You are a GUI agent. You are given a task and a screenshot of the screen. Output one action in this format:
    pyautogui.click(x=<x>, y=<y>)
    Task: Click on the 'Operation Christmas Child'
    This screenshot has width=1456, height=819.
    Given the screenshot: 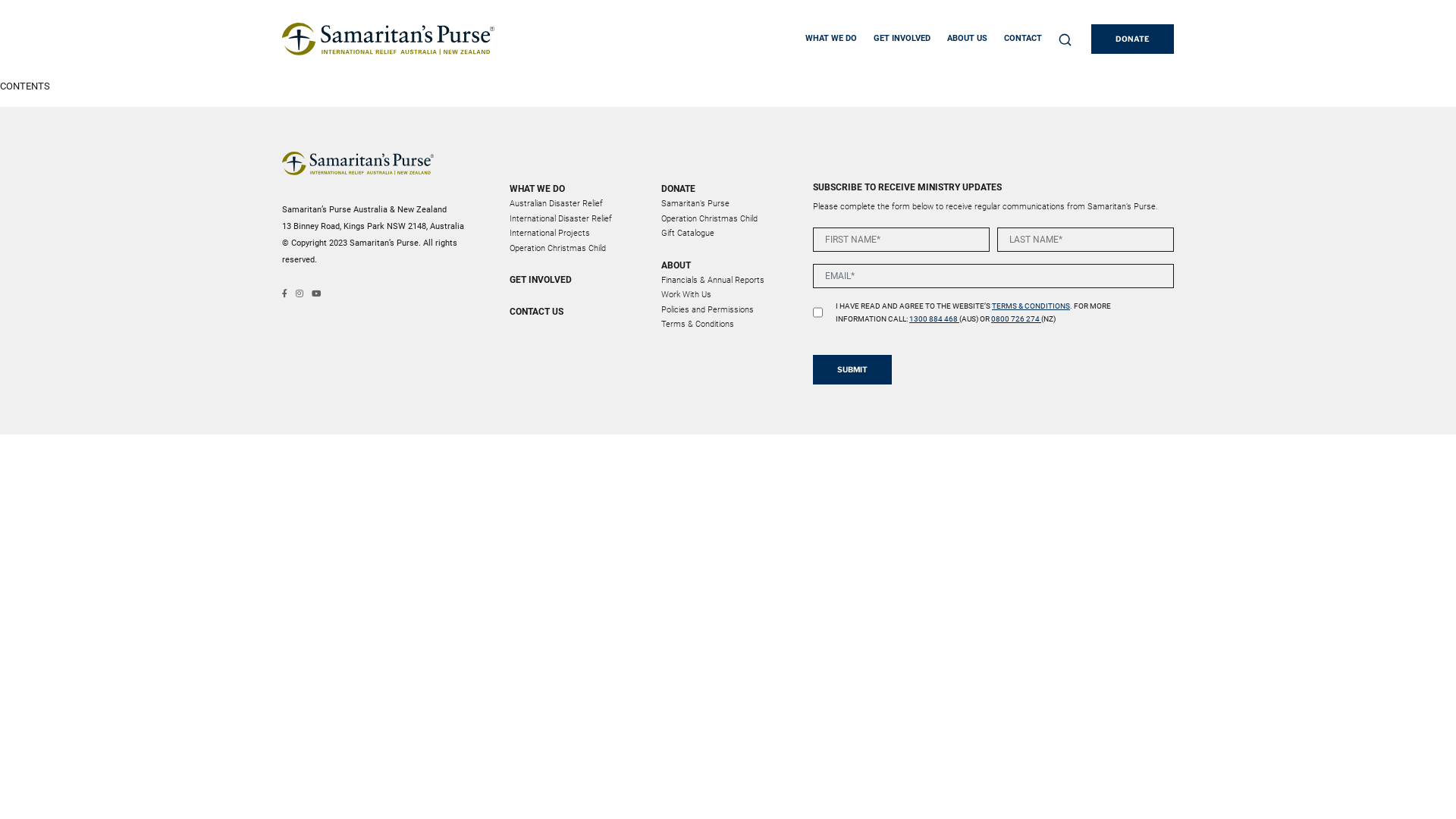 What is the action you would take?
    pyautogui.click(x=557, y=246)
    